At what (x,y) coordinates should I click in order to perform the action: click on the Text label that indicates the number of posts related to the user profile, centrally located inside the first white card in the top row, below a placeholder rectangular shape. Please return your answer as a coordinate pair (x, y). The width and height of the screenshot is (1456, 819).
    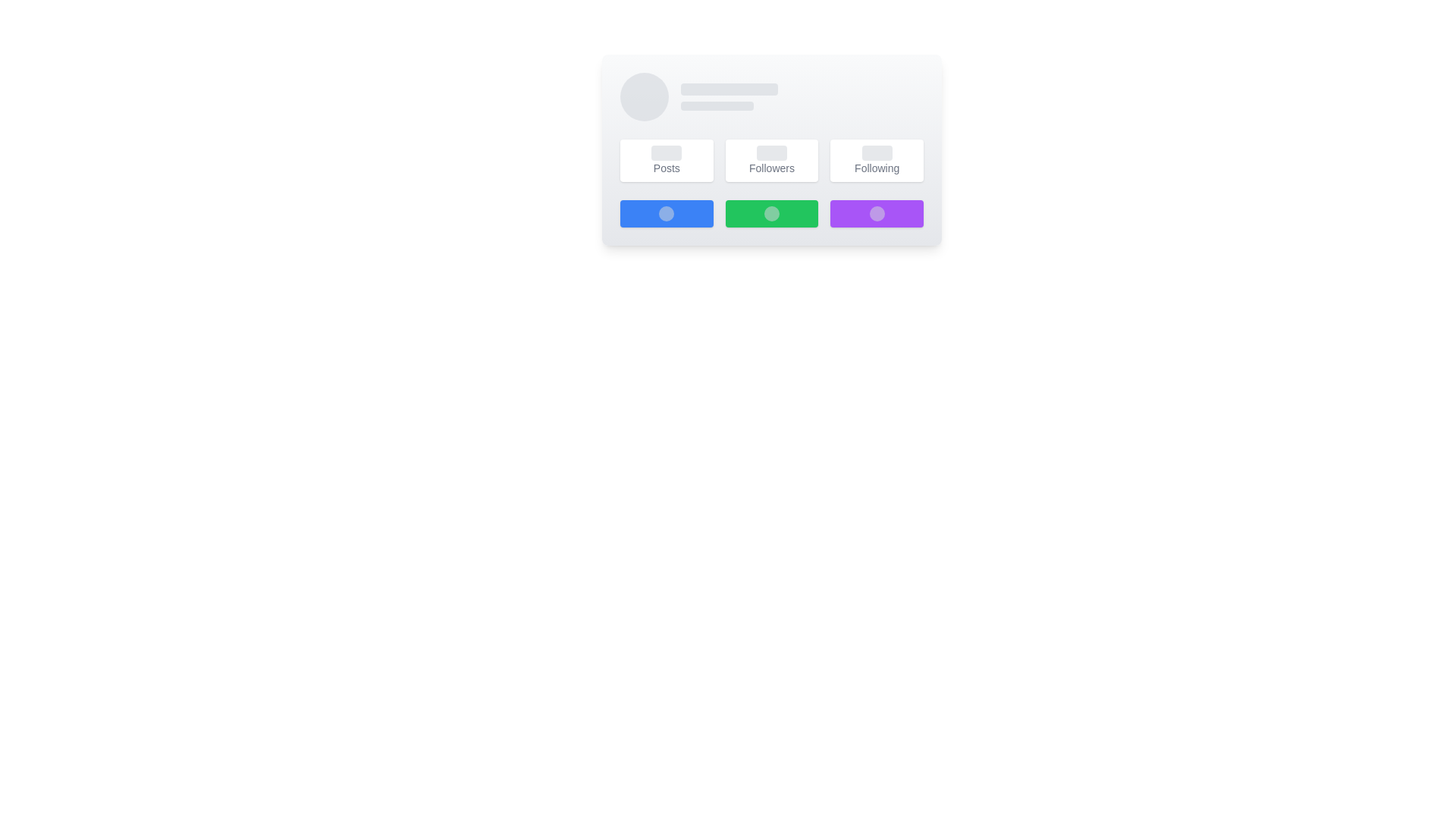
    Looking at the image, I should click on (667, 168).